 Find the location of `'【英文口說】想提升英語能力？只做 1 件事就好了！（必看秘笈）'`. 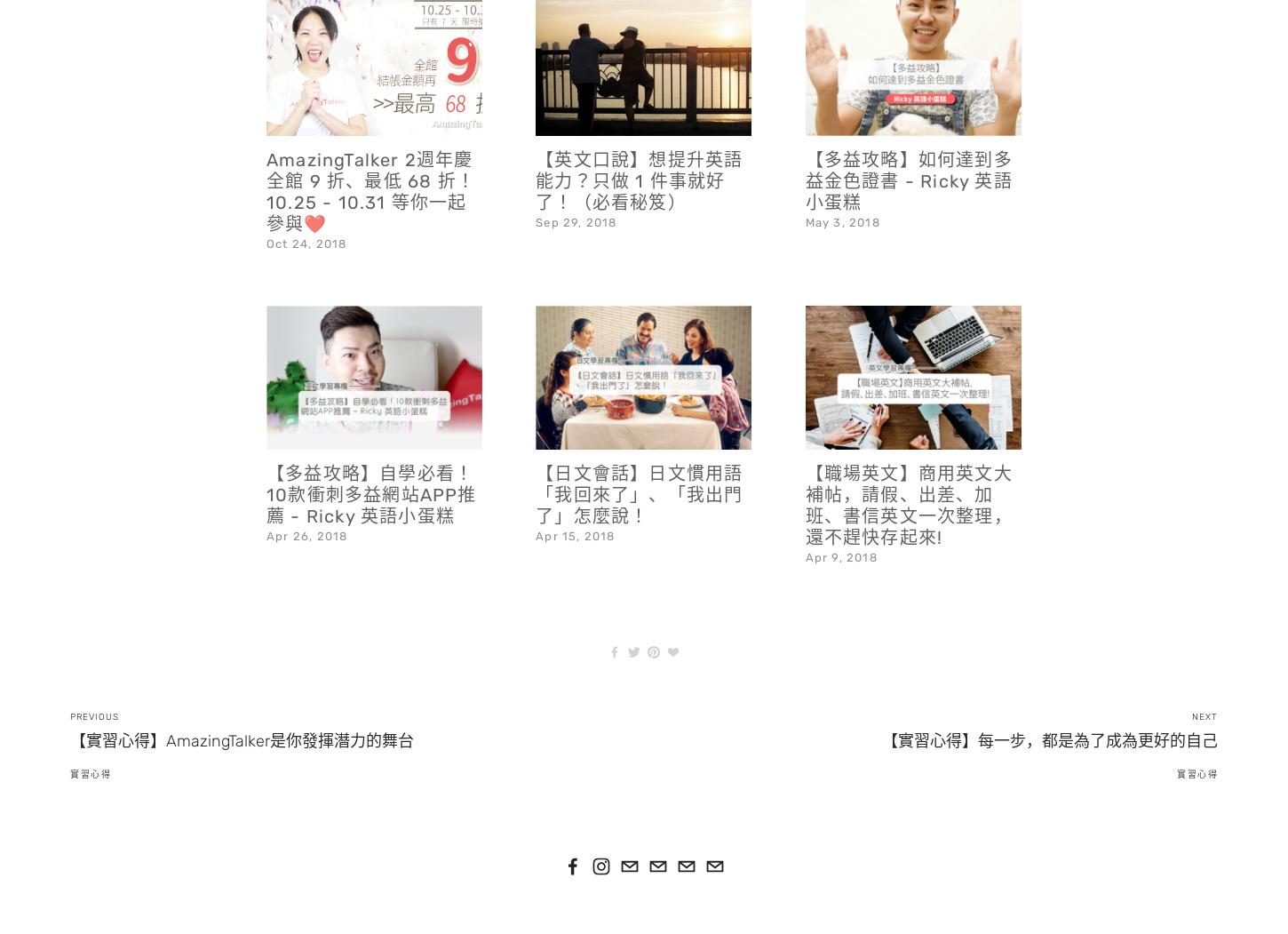

'【英文口說】想提升英語能力？只做 1 件事就好了！（必看秘笈）' is located at coordinates (638, 133).